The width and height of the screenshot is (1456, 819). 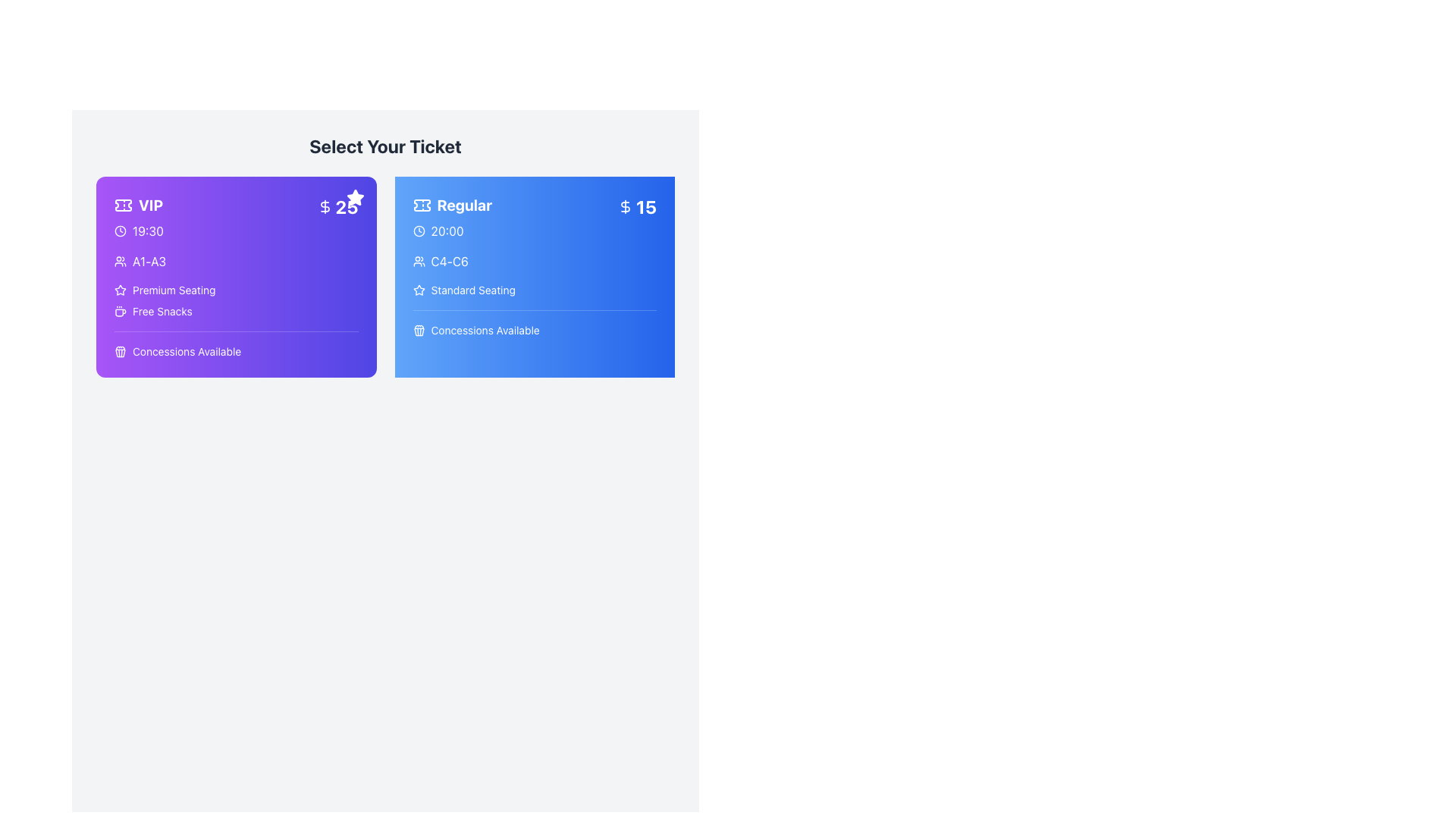 I want to click on the star icon located at the top right corner of the purple 'VIP $25' ticket card, which is distinguished by its symmetrical design and minimal style, so click(x=354, y=196).